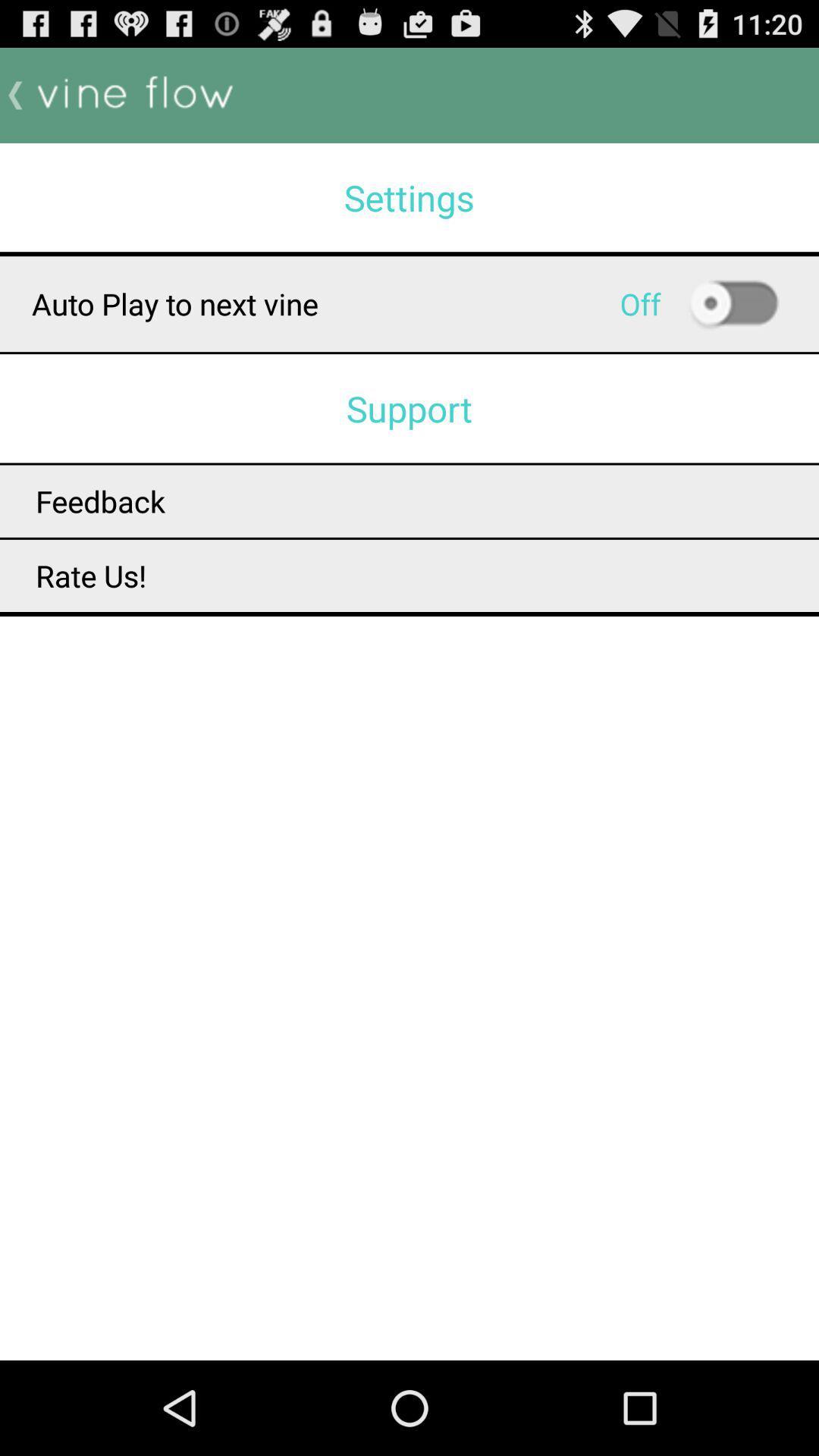  I want to click on the icon next to off app, so click(733, 303).